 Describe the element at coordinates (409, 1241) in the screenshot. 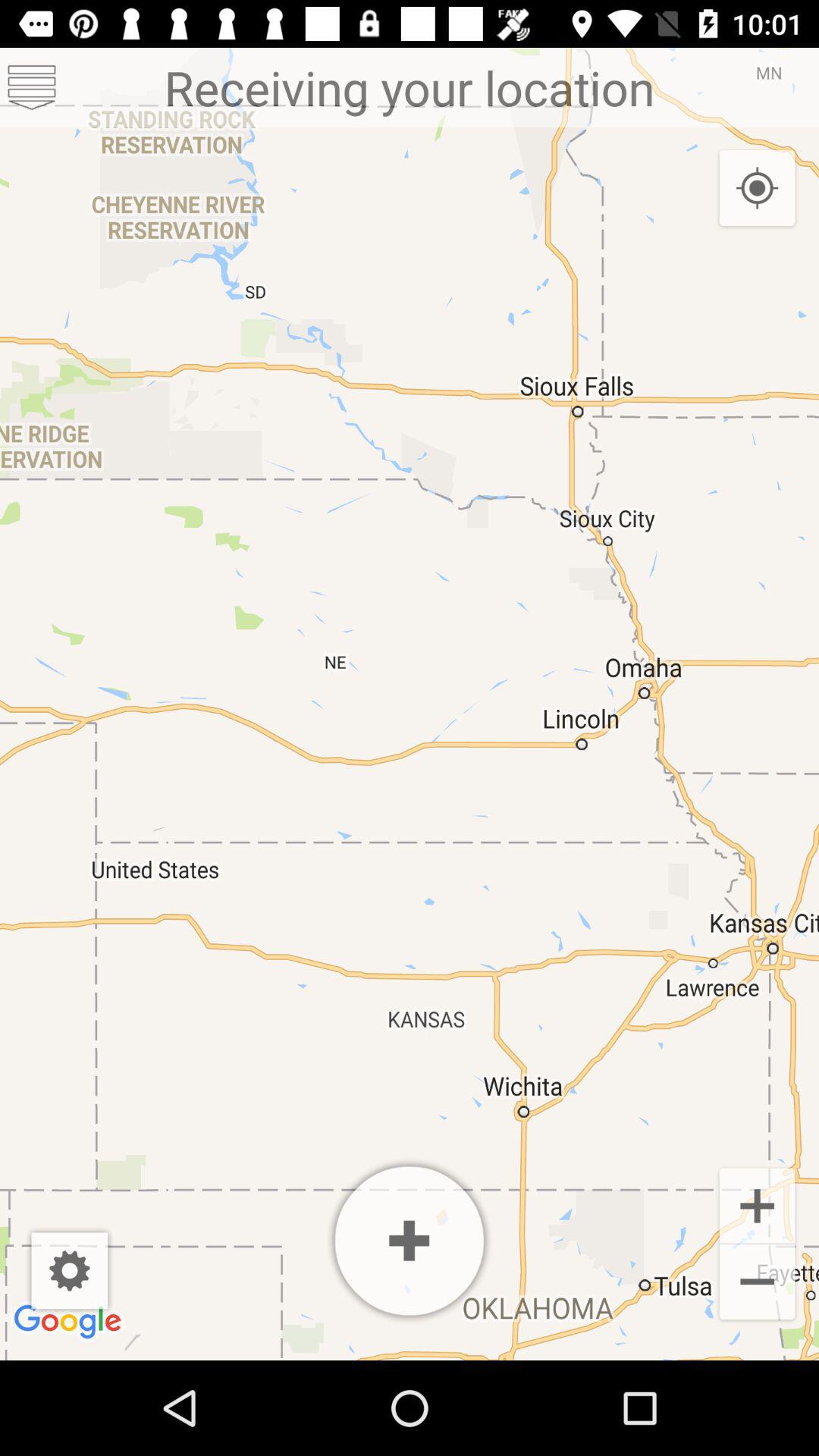

I see `observed violation` at that location.